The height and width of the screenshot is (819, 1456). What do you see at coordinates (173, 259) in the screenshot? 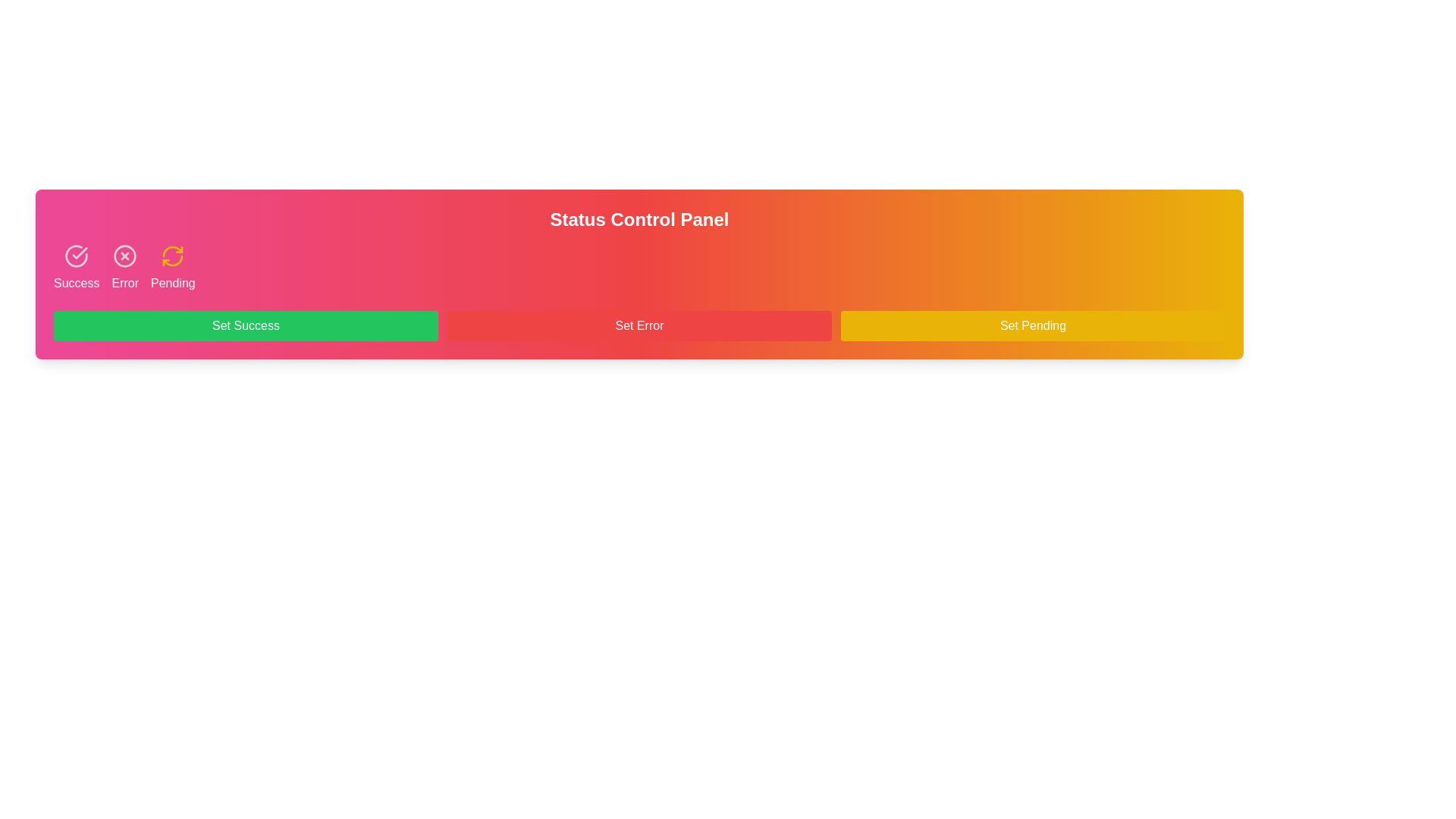
I see `the surrounding area of the yellow curved arrow refresh icon located in the 'Pending' section of the control panel` at bounding box center [173, 259].